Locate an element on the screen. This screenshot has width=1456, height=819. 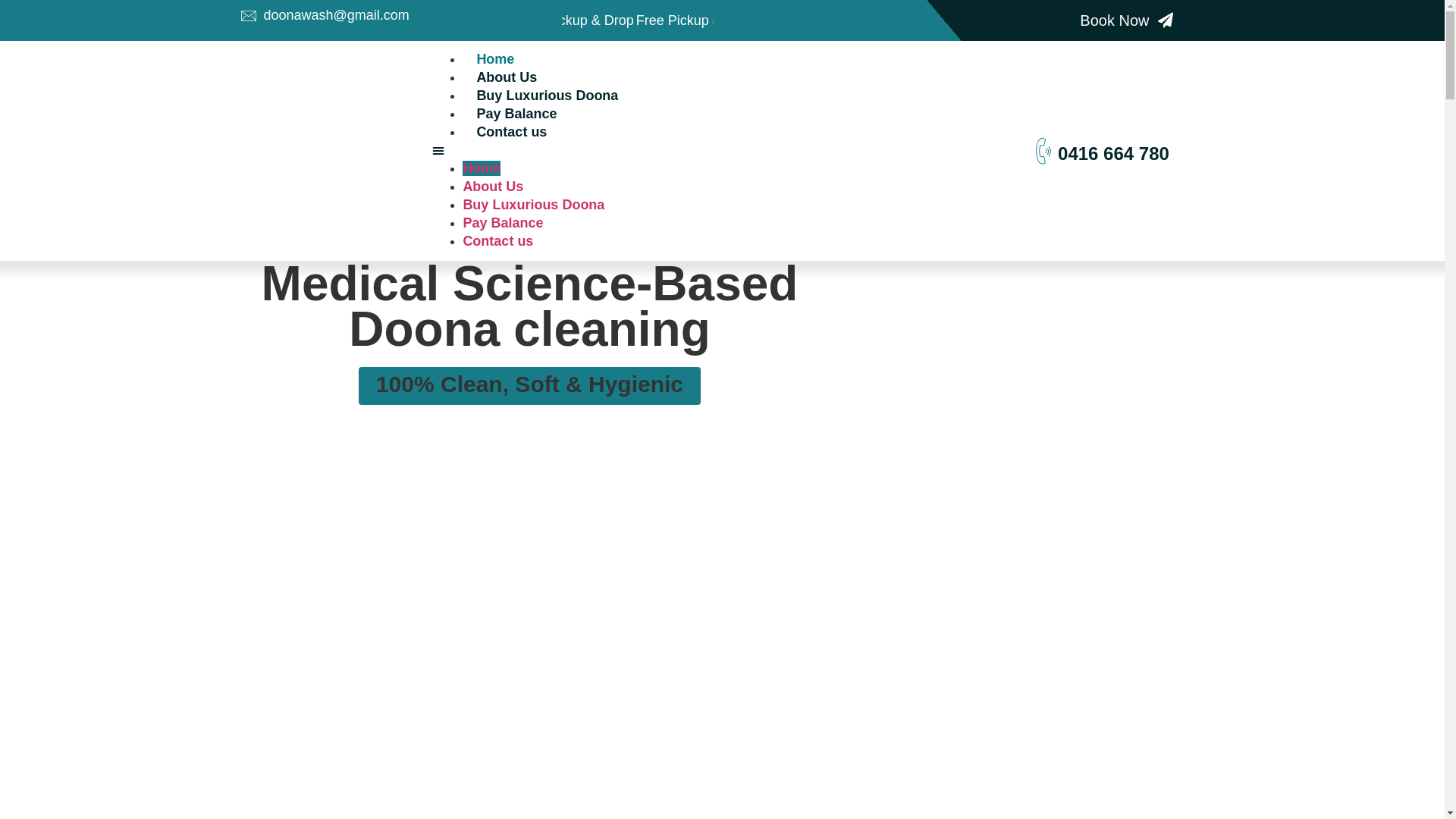
'Book Now' is located at coordinates (1126, 20).